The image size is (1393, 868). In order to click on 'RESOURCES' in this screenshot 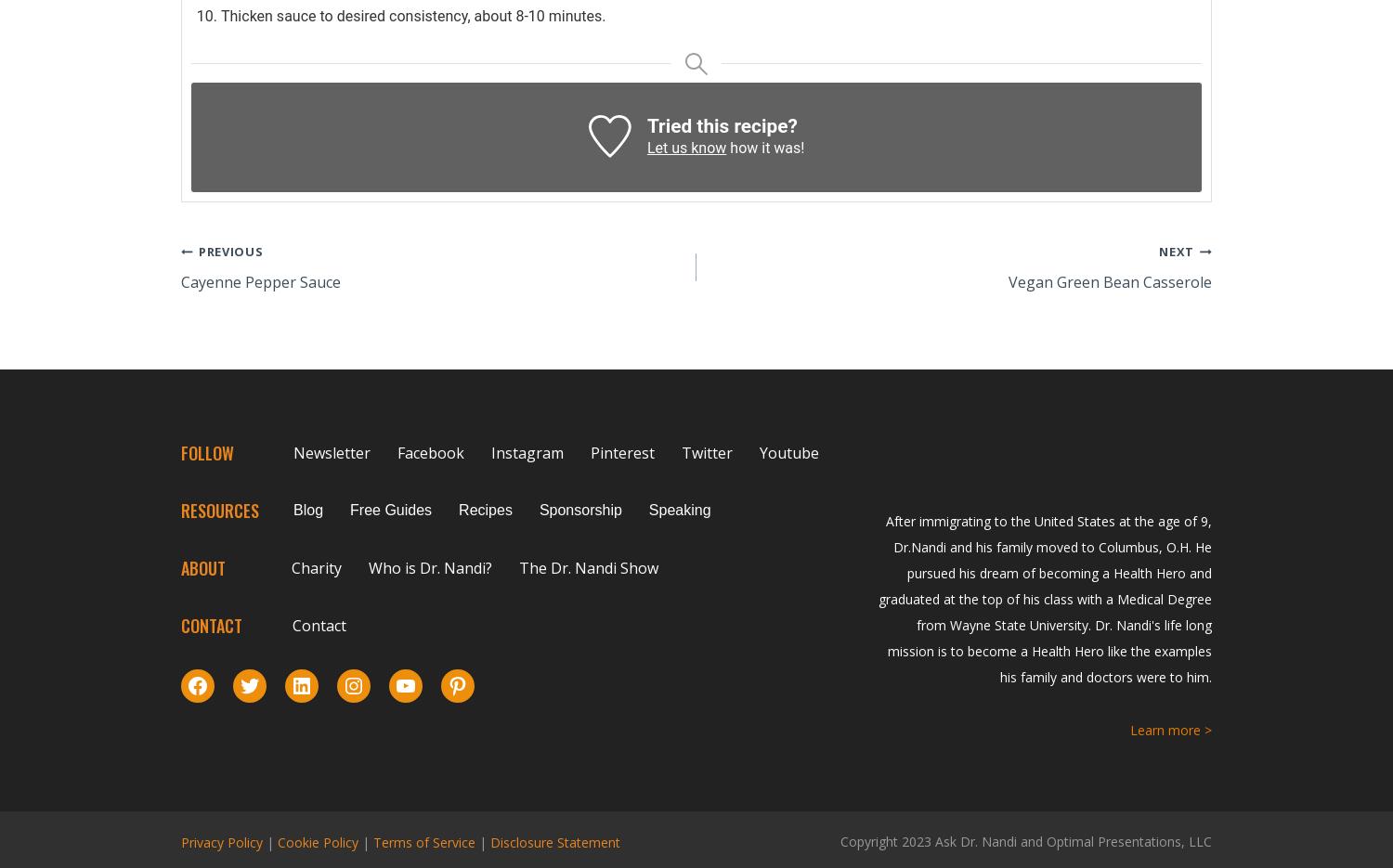, I will do `click(180, 509)`.